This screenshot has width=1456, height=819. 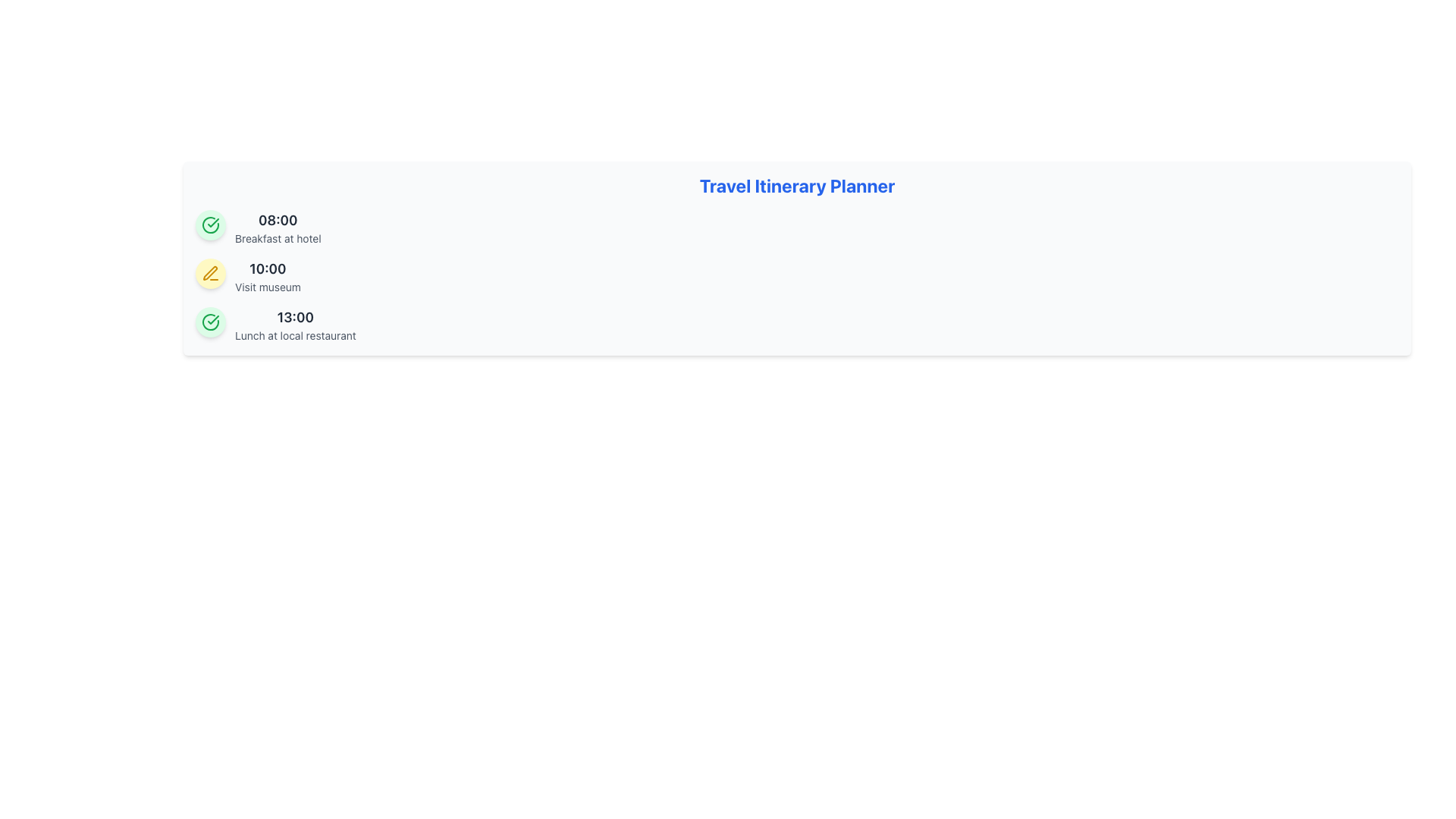 I want to click on on the Schedule Item element displaying '13:00' and 'Lunch at local restaurant', so click(x=295, y=324).